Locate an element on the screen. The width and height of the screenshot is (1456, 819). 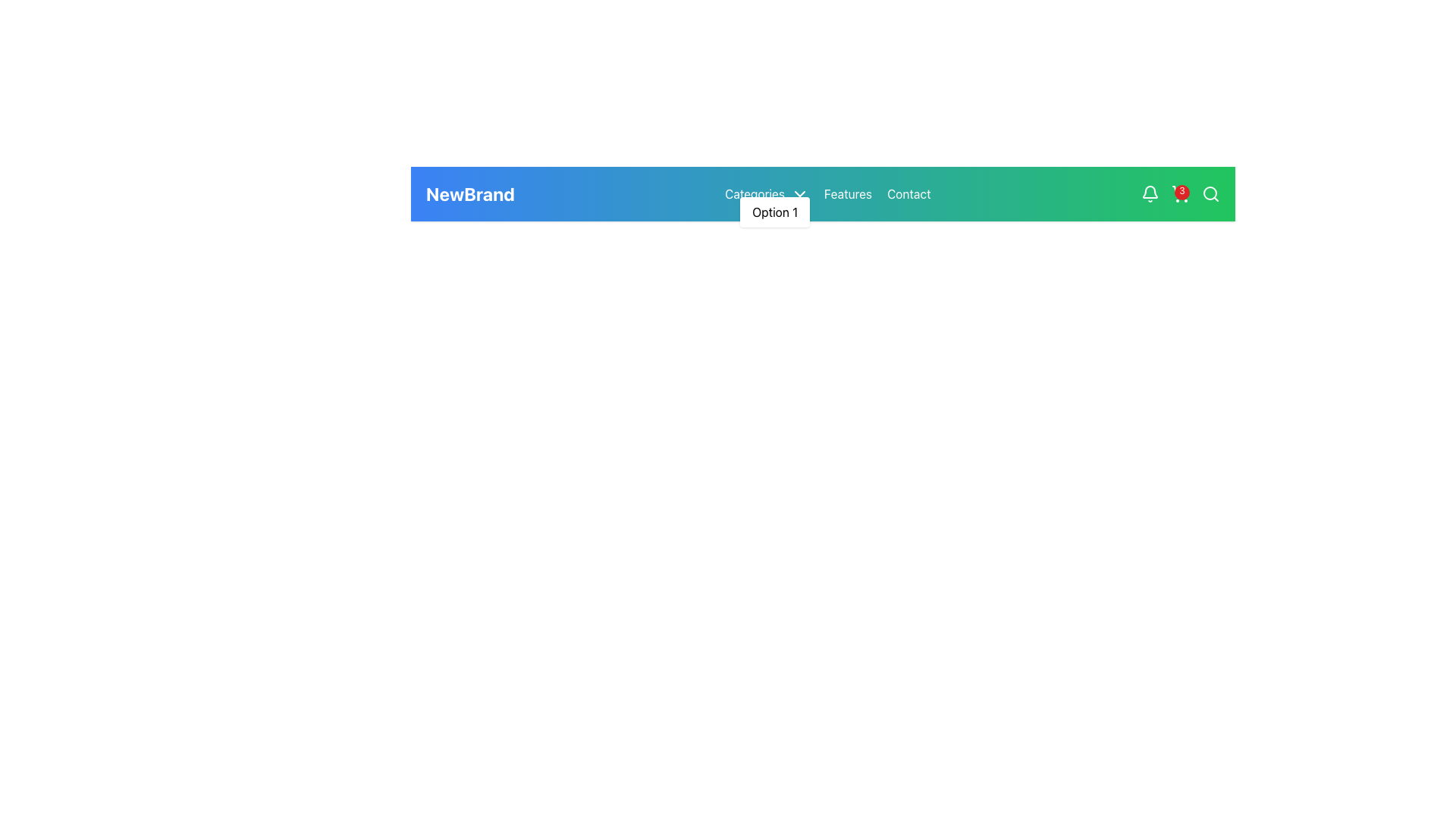
the navigation bar at the specified coordinates is located at coordinates (822, 193).